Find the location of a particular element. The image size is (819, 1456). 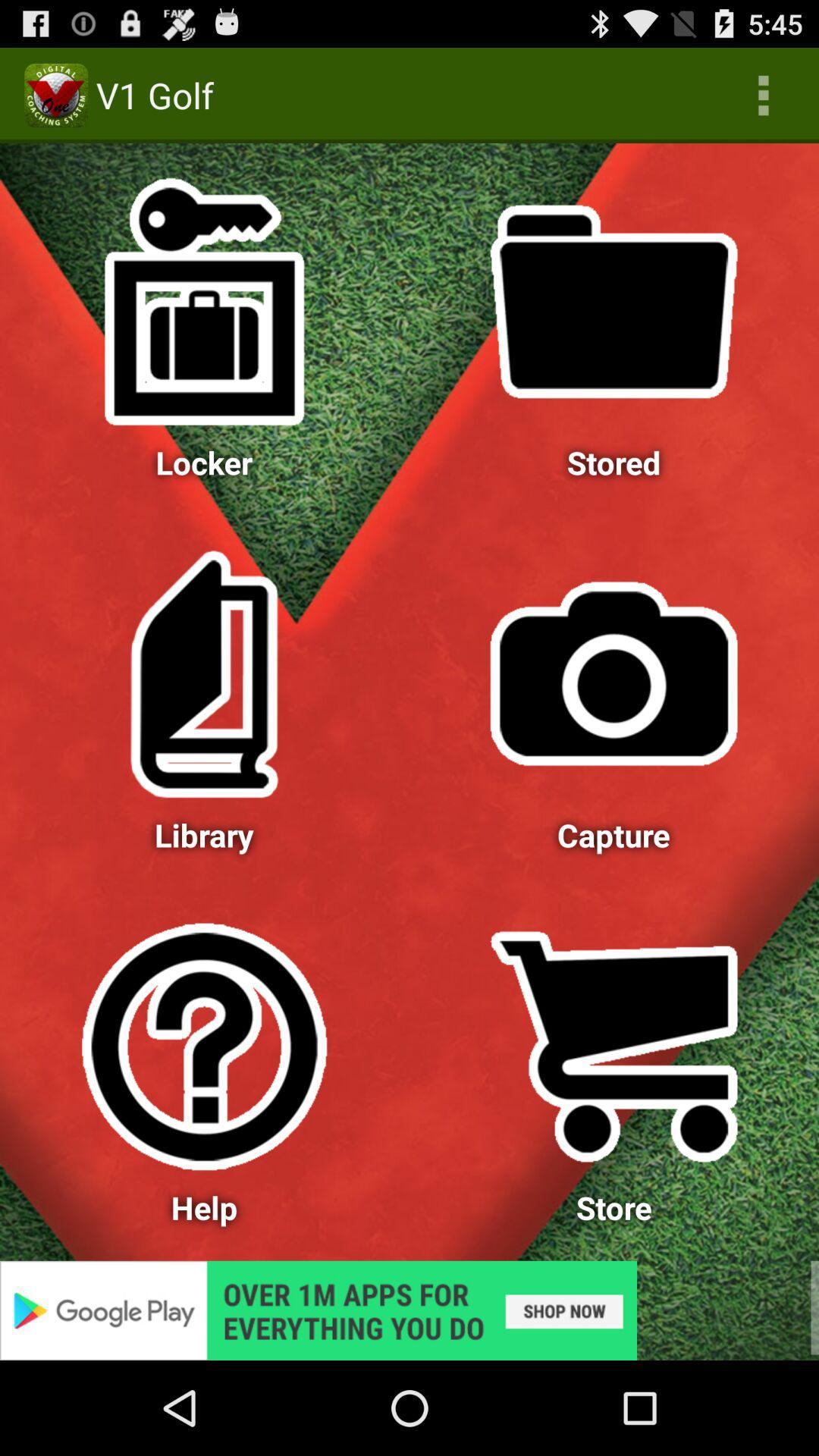

app next to v1 golf app is located at coordinates (763, 94).